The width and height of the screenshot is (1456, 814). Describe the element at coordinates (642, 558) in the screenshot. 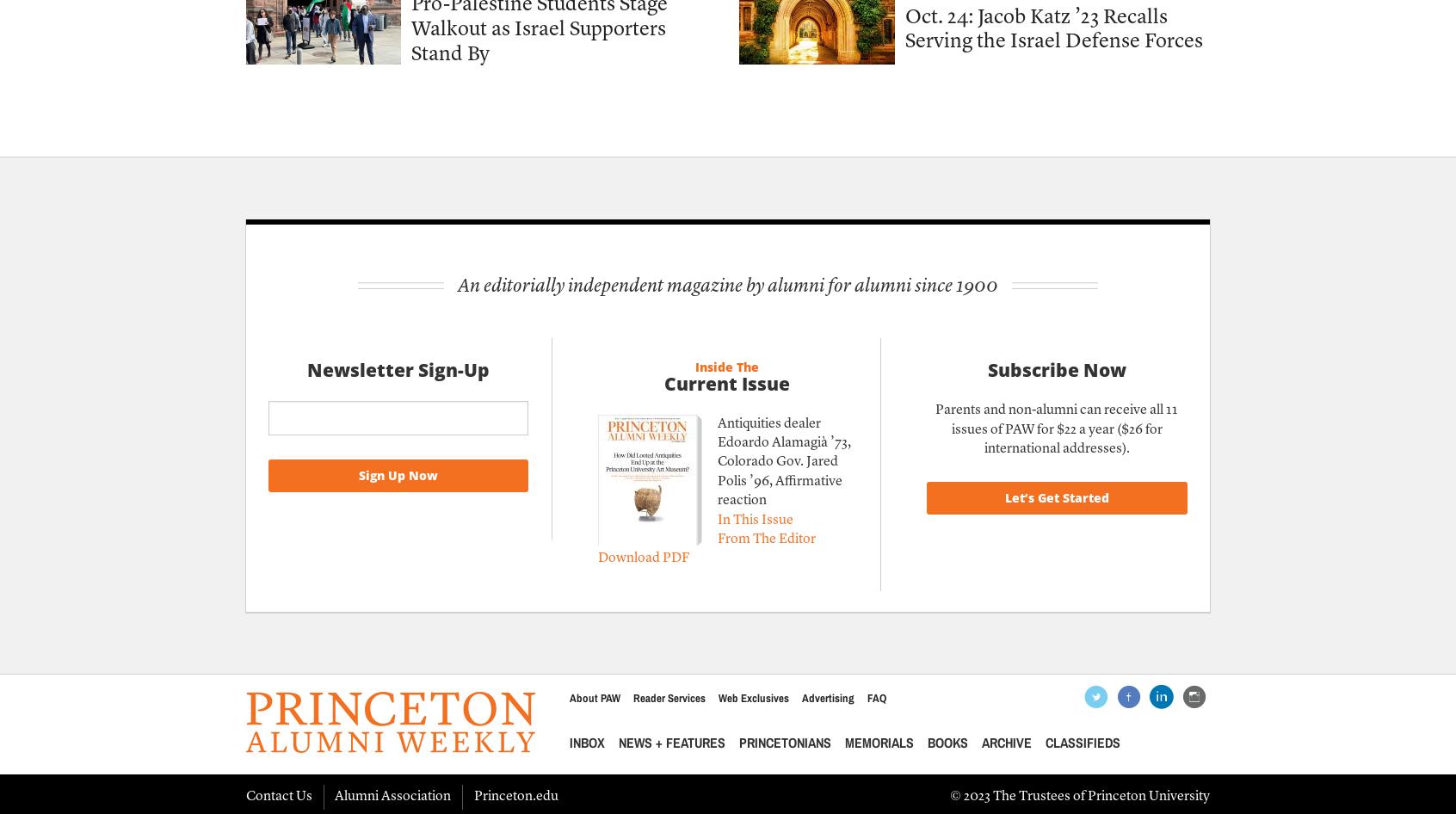

I see `'Download PDF'` at that location.